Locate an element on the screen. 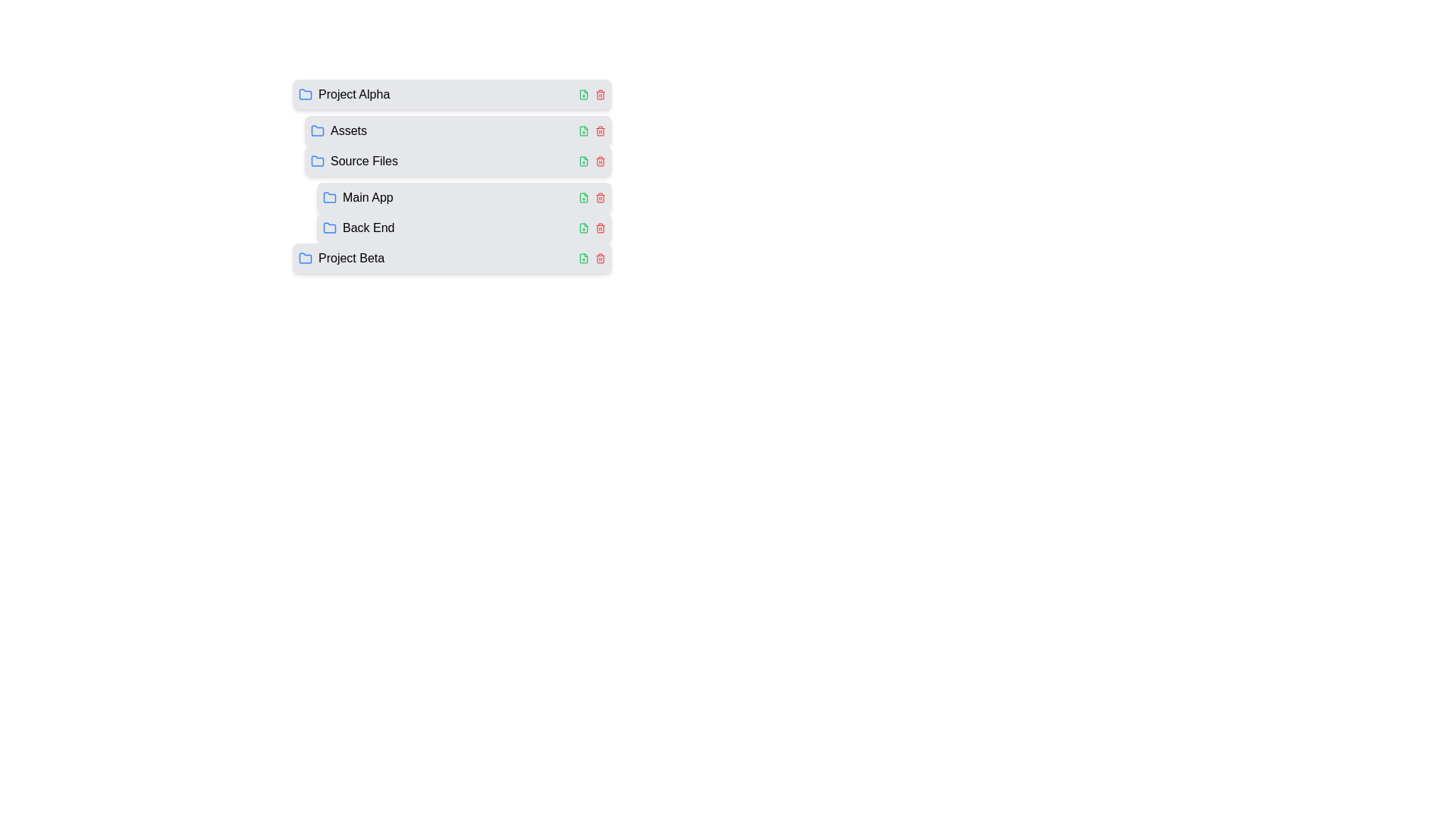  the folder icon, which has a blue outline and rounded corners, located to the left of the 'Assets' text label, to interpret its visual representation is located at coordinates (316, 130).